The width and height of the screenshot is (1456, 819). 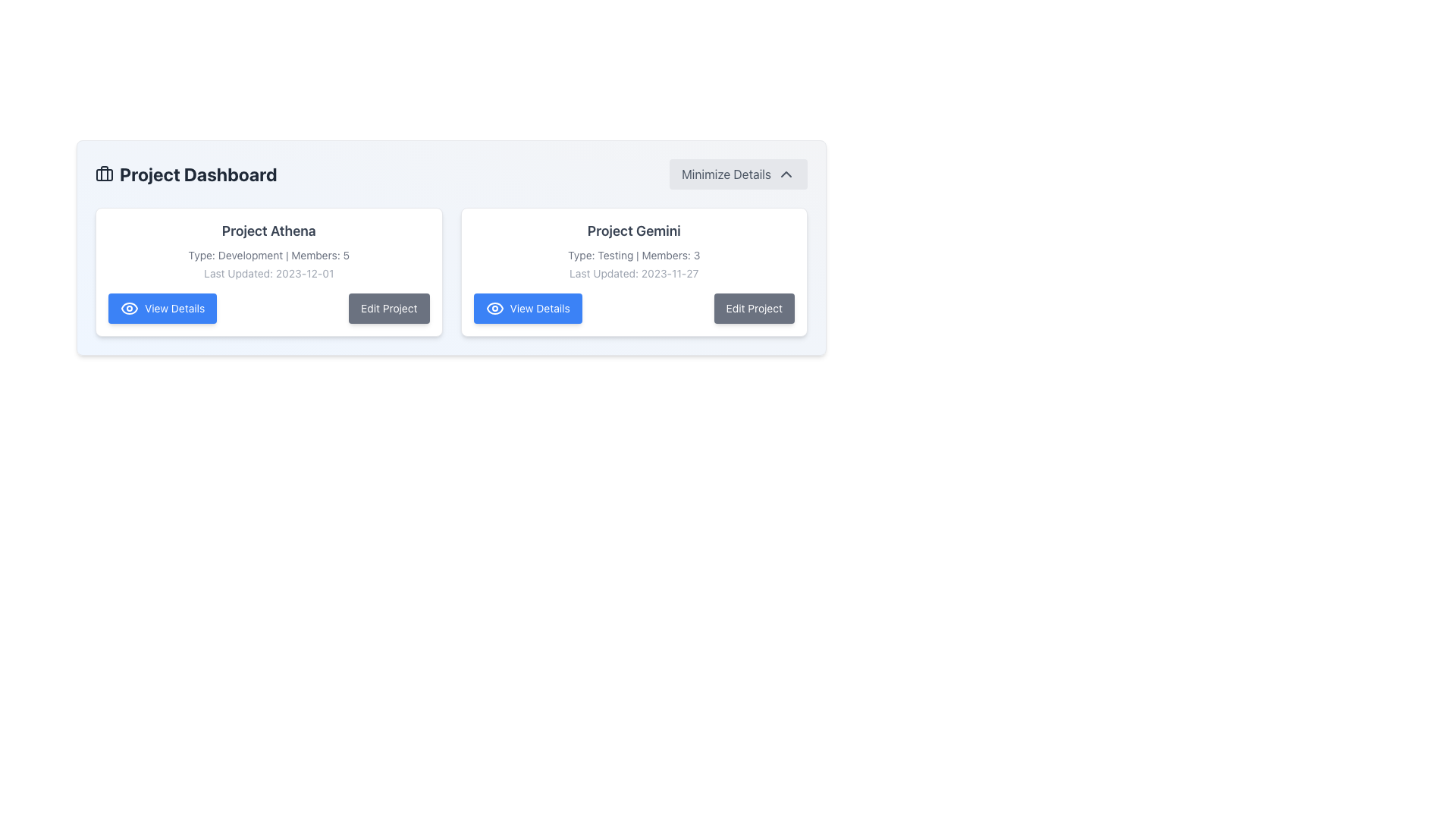 I want to click on the decorative graphical component that resembles the handle of a briefcase icon, located within the Project Dashboard title area, so click(x=104, y=172).